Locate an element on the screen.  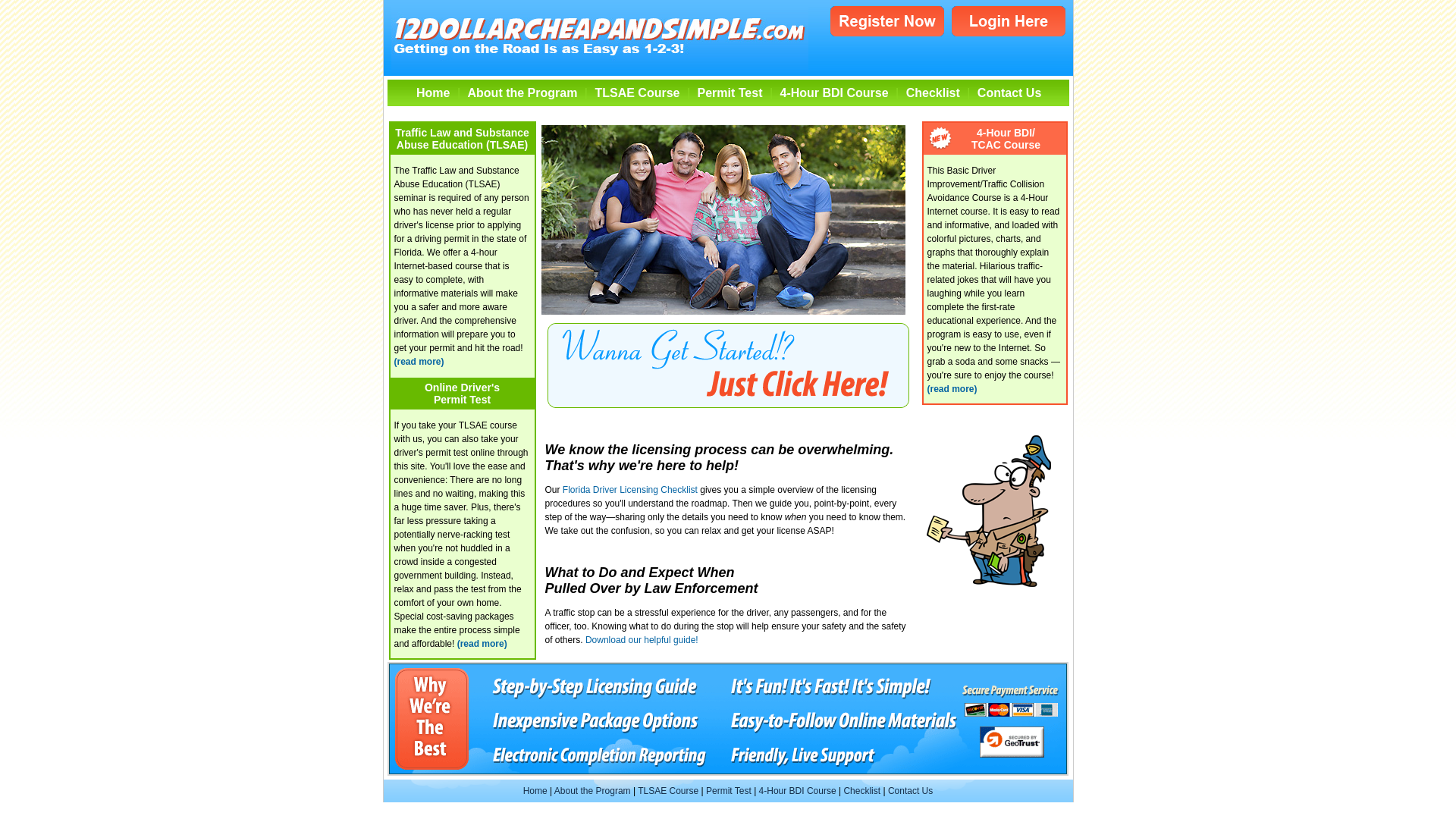
'(read more)' is located at coordinates (950, 388).